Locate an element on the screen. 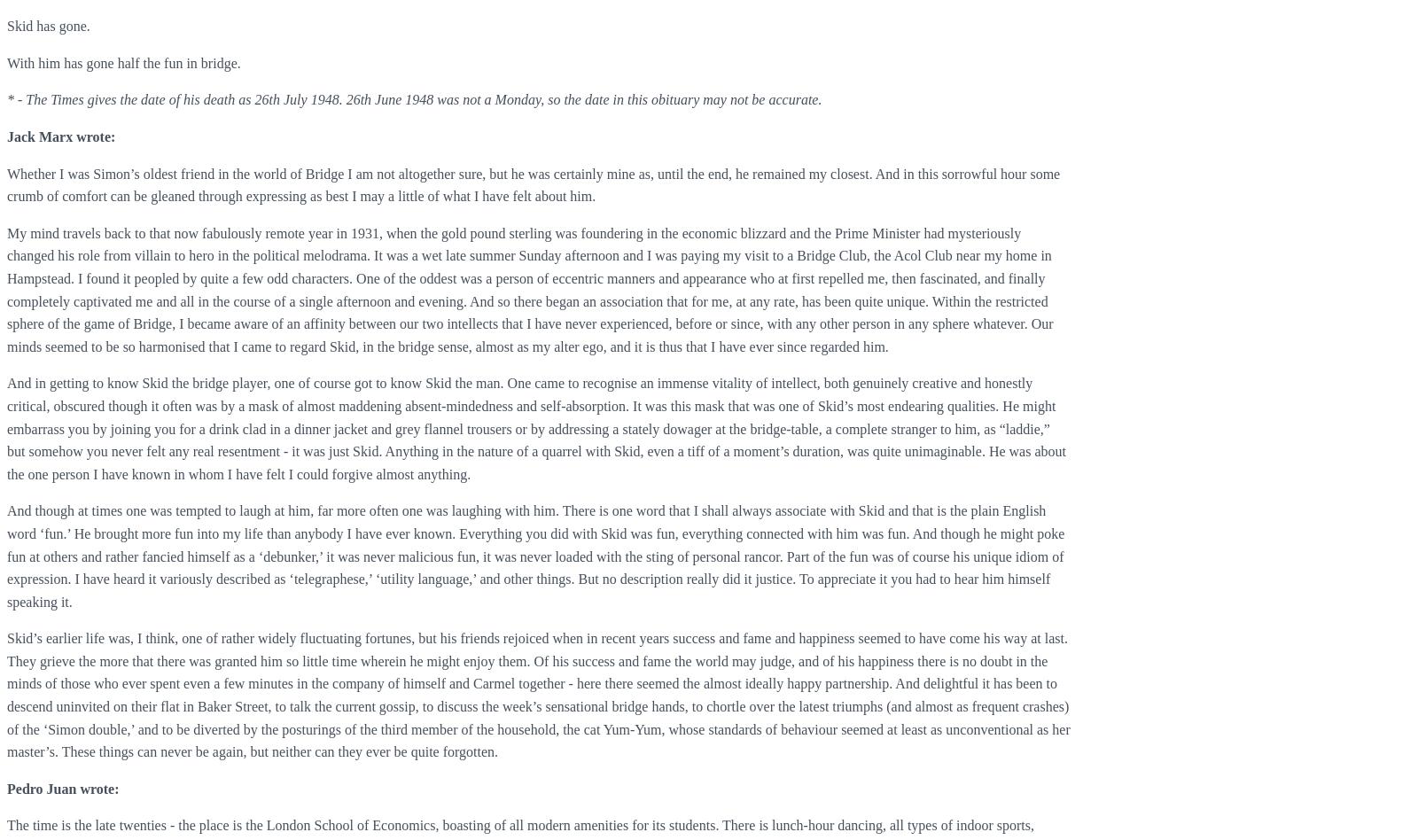  'Pedro Juan wrote:' is located at coordinates (62, 787).